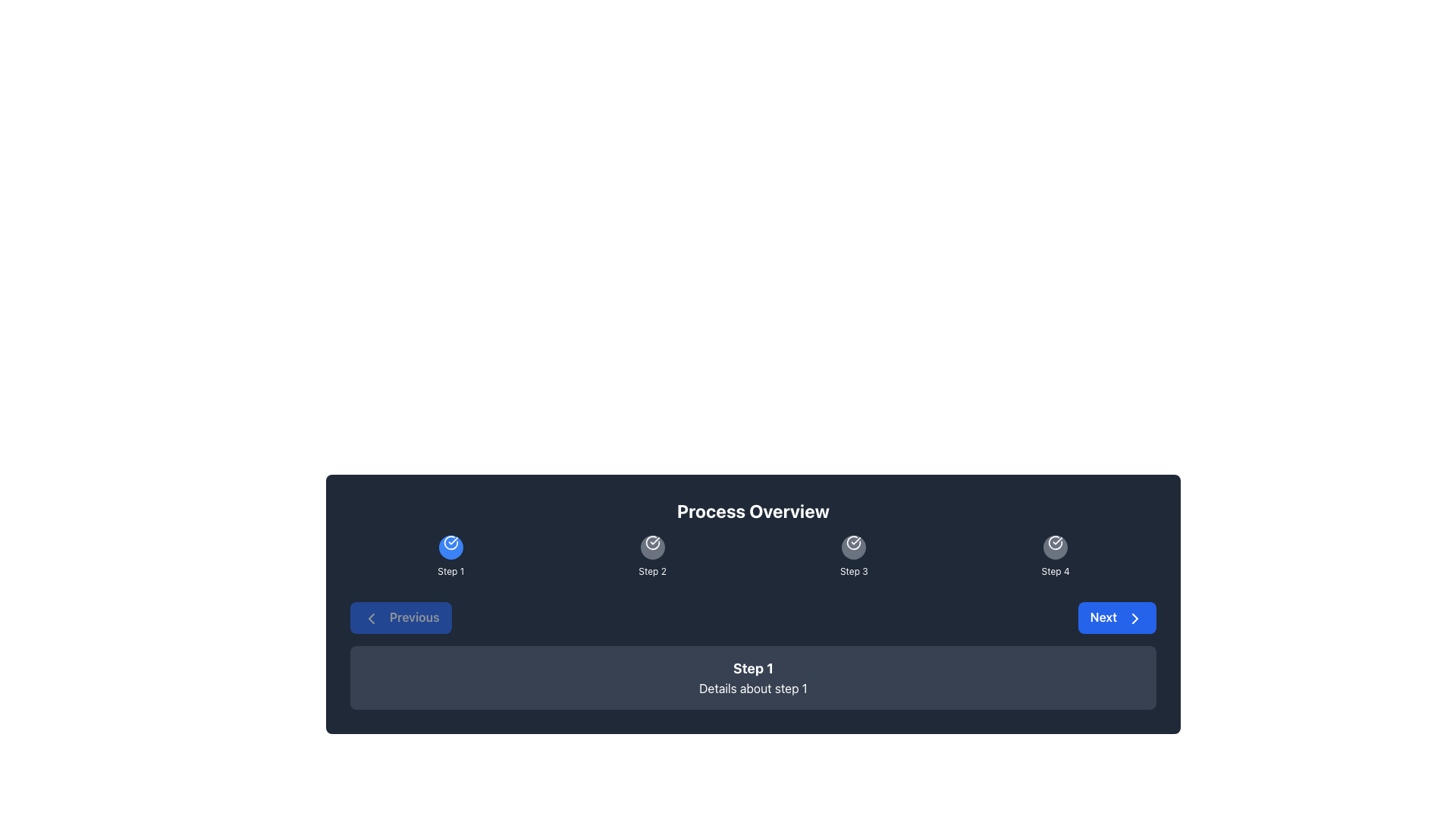 This screenshot has width=1456, height=819. Describe the element at coordinates (753, 556) in the screenshot. I see `the interactive step indicator of the Progress Indicator, which consists of four steps labeled 'Step 1', 'Step 2', 'Step 3', and 'Step 4', with the first step styled in blue indicating the current step` at that location.